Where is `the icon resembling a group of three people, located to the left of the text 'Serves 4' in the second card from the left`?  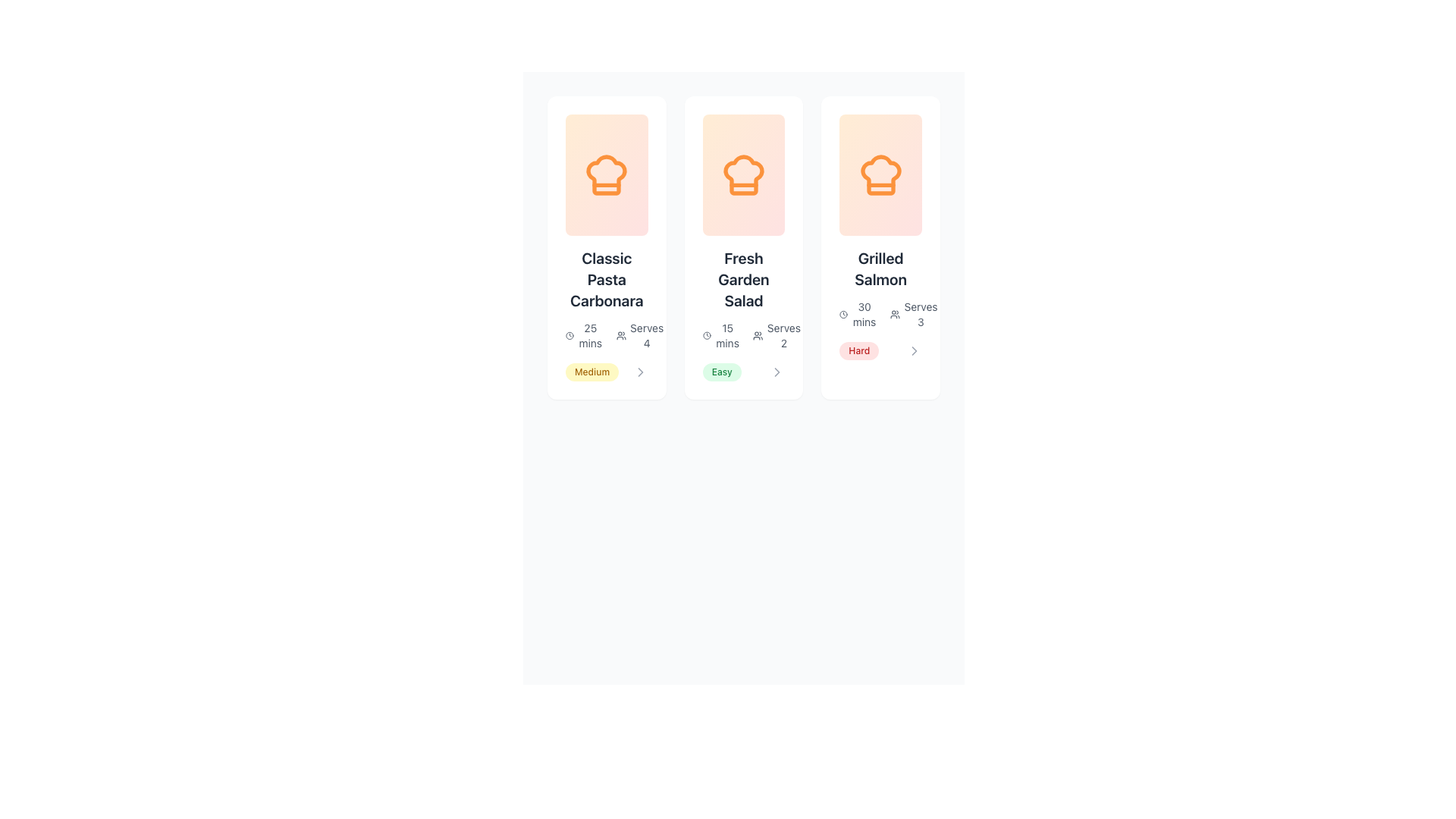 the icon resembling a group of three people, located to the left of the text 'Serves 4' in the second card from the left is located at coordinates (621, 335).